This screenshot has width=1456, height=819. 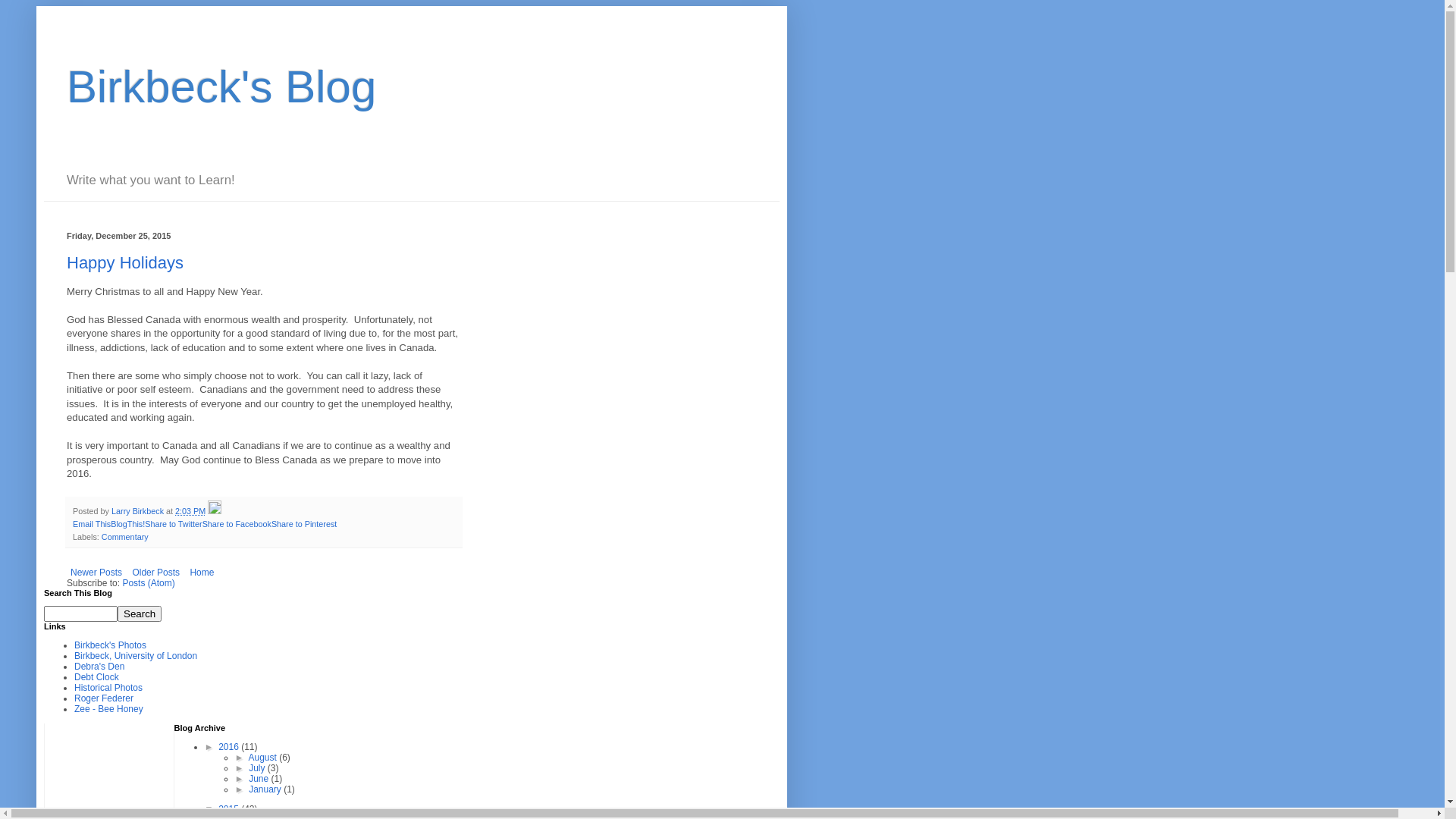 What do you see at coordinates (264, 758) in the screenshot?
I see `'August'` at bounding box center [264, 758].